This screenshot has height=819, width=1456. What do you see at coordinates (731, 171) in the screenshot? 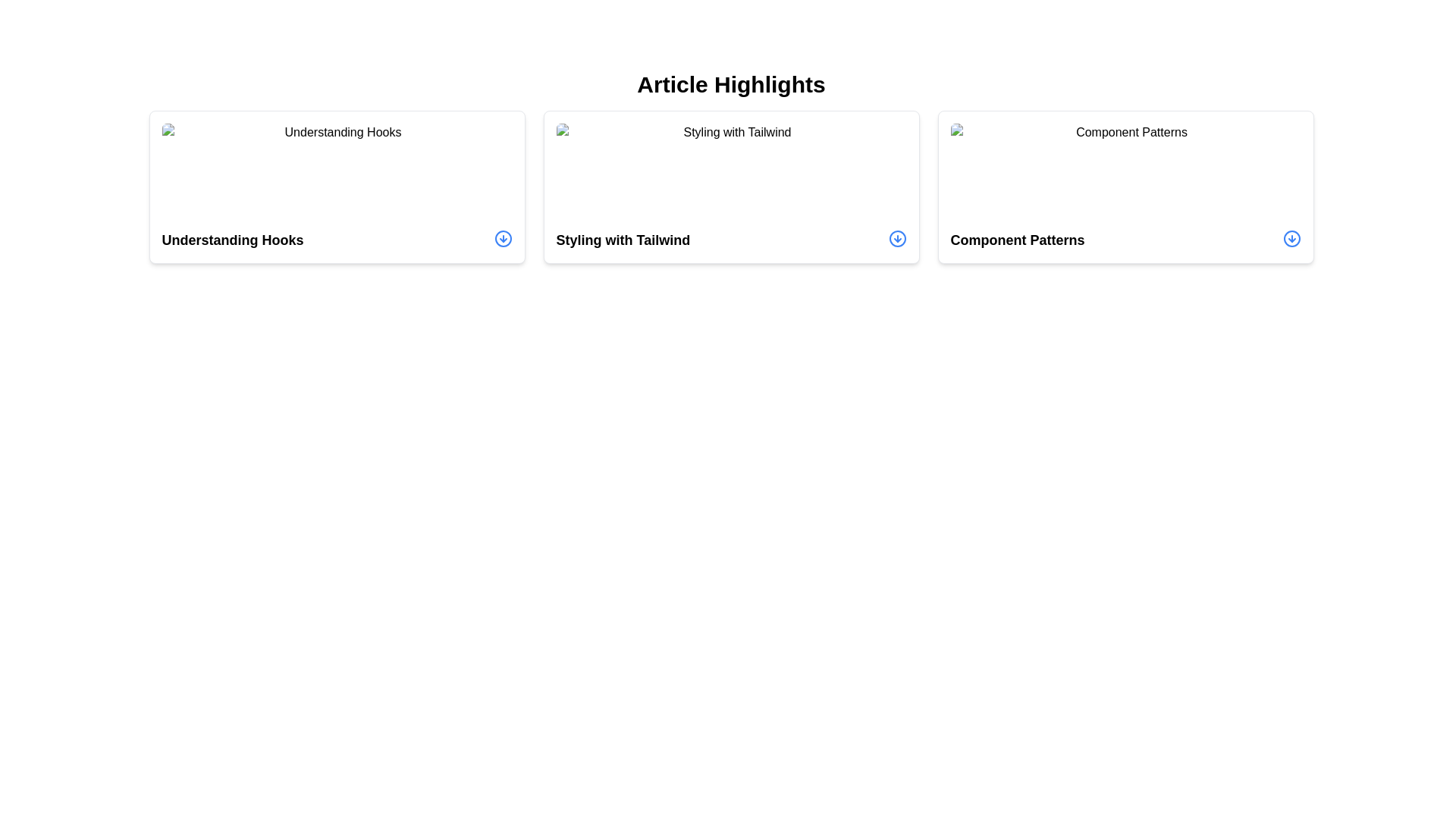
I see `the image labeled 'Styling with Tailwind' within its card layout` at bounding box center [731, 171].